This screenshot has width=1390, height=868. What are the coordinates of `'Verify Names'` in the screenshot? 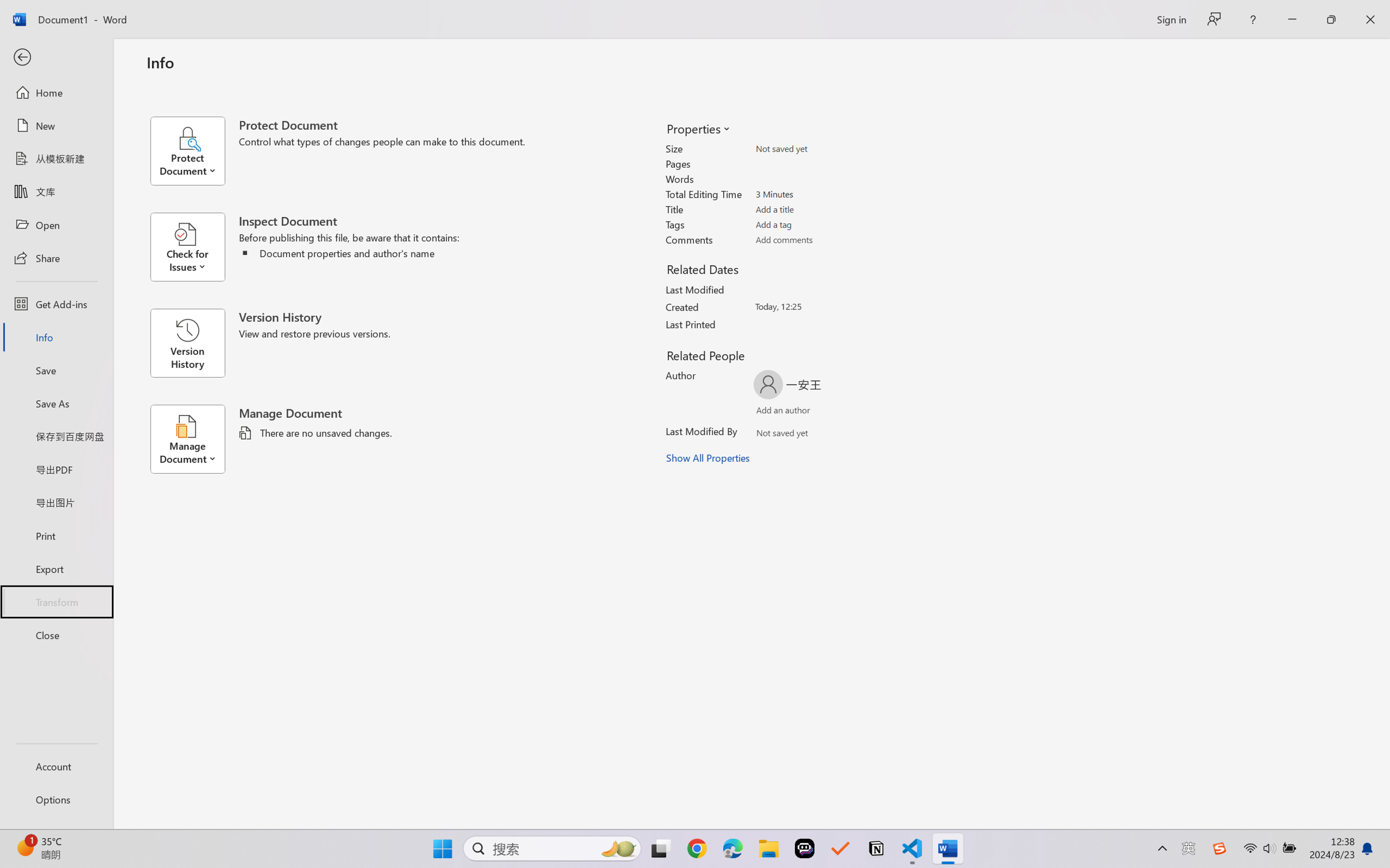 It's located at (802, 434).